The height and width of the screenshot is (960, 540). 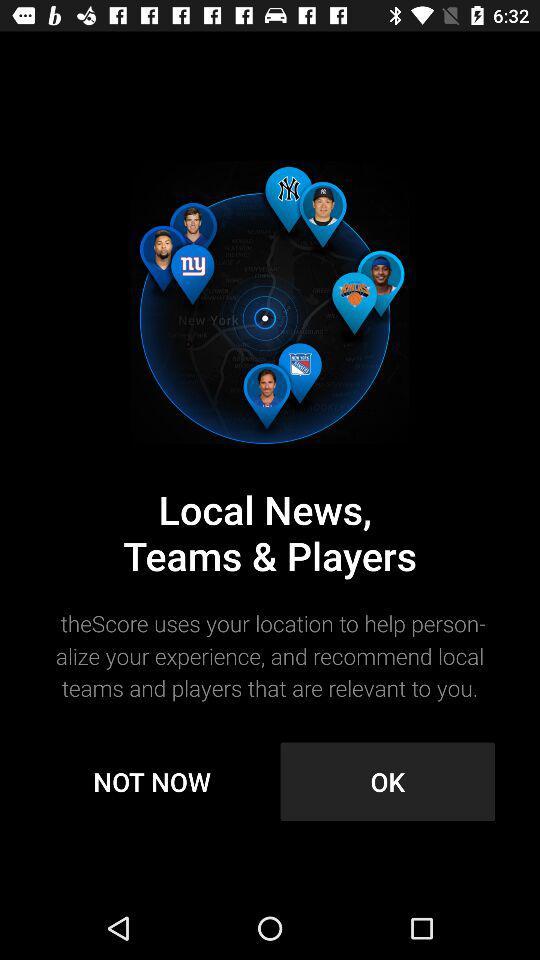 What do you see at coordinates (387, 781) in the screenshot?
I see `item below thescore uses your item` at bounding box center [387, 781].